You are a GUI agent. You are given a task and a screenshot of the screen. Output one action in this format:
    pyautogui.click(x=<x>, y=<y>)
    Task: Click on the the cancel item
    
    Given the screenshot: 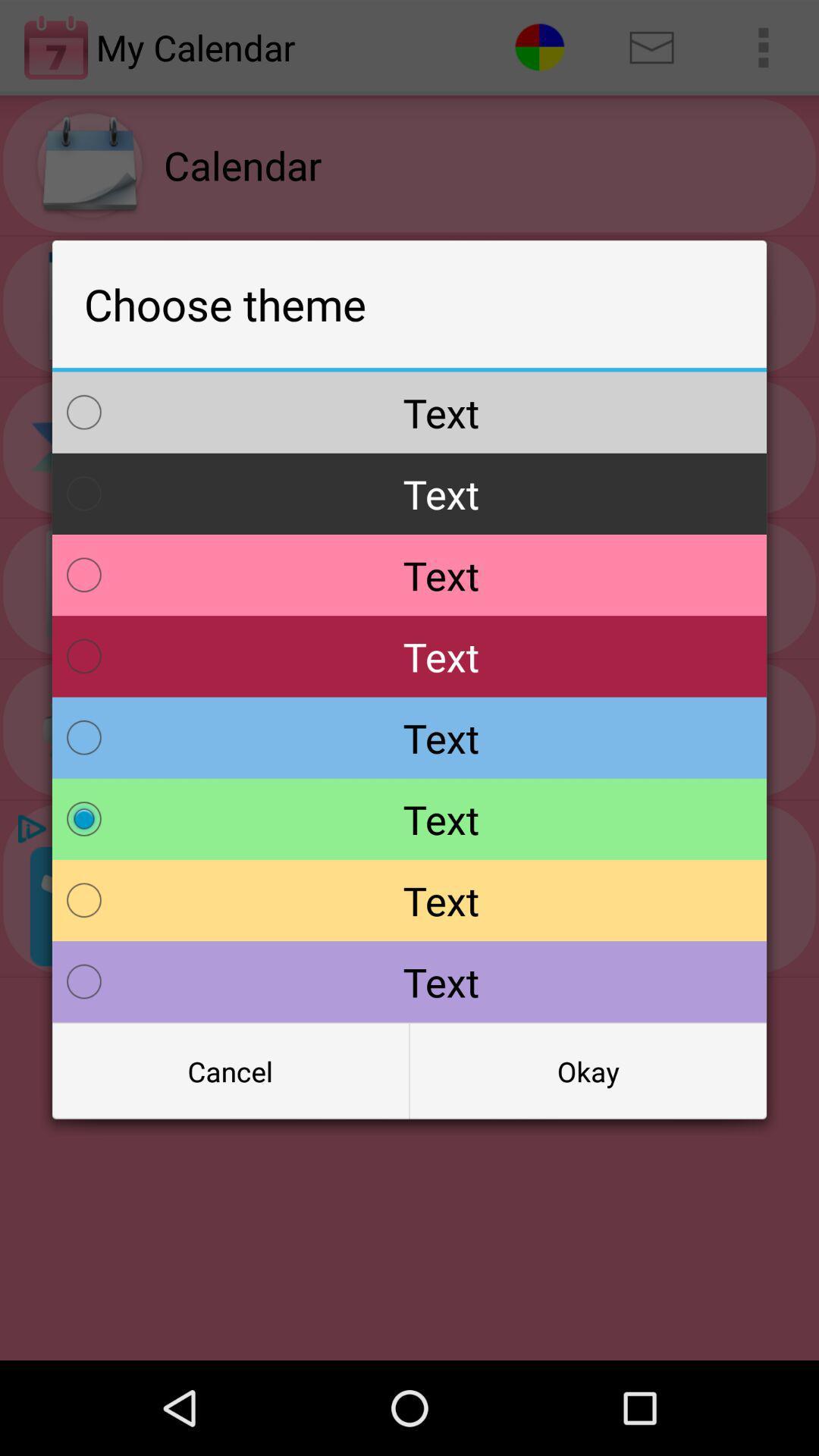 What is the action you would take?
    pyautogui.click(x=231, y=1070)
    